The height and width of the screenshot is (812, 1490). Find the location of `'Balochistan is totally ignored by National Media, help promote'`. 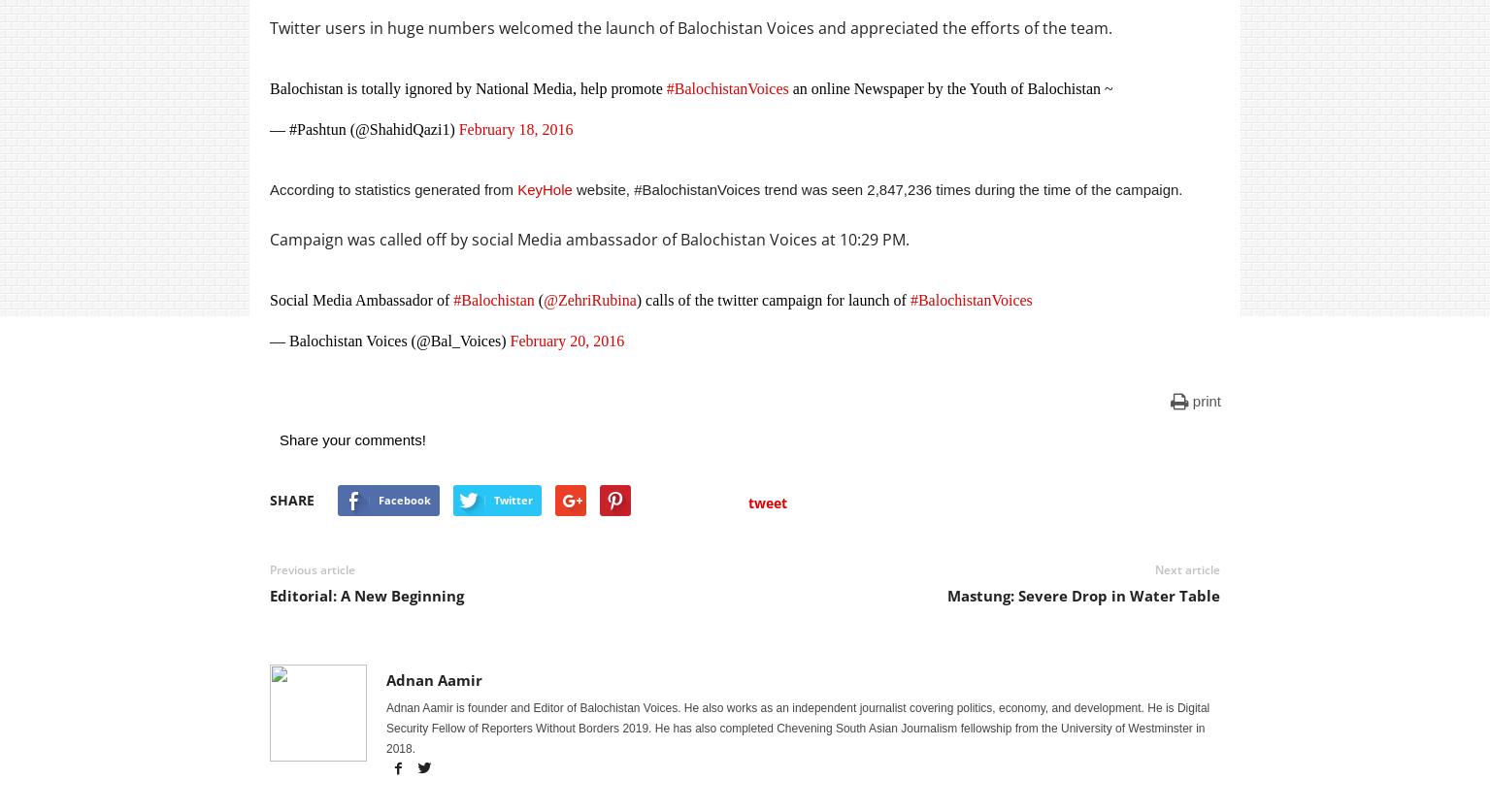

'Balochistan is totally ignored by National Media, help promote' is located at coordinates (466, 88).